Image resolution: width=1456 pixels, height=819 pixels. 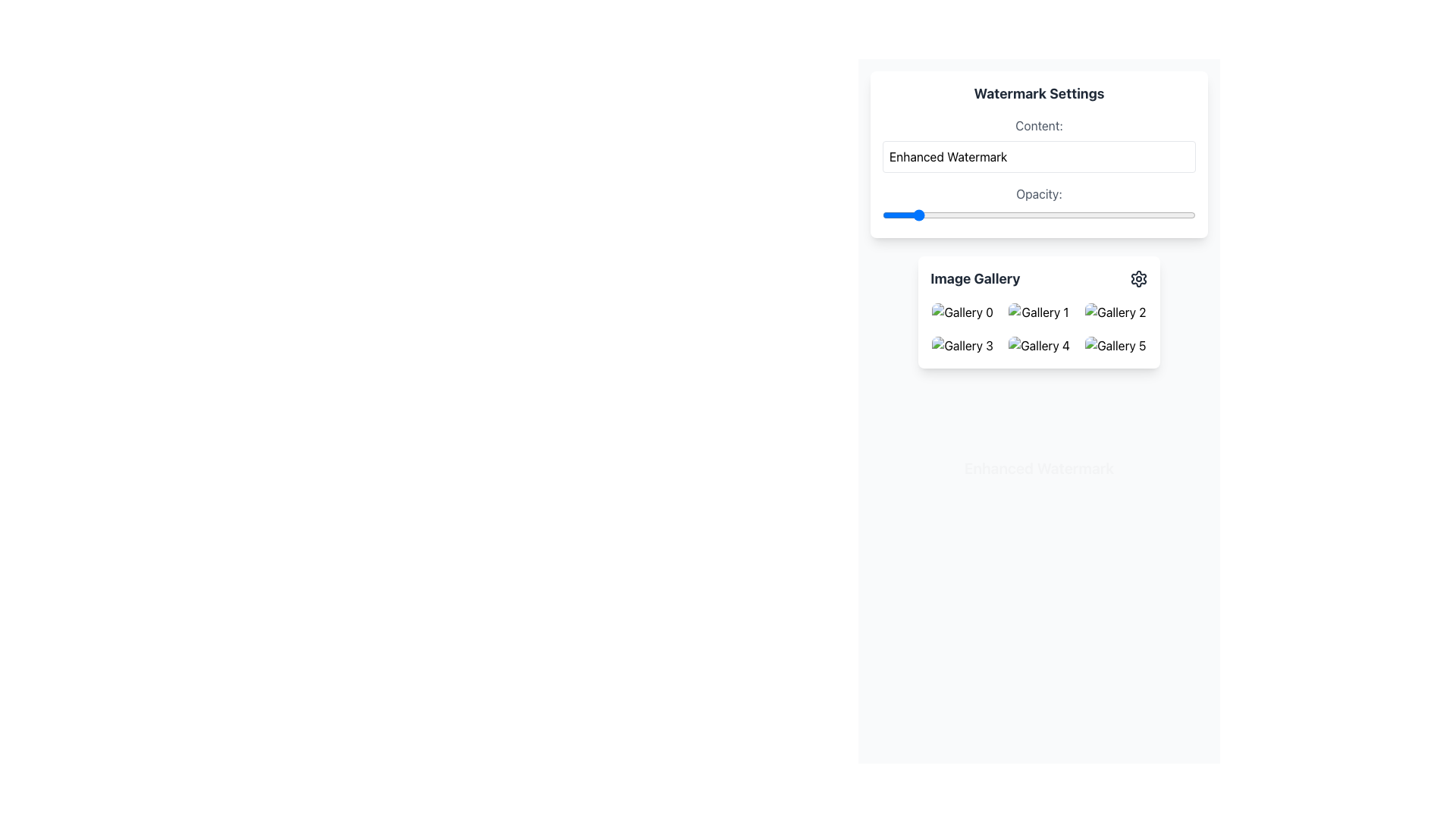 I want to click on to select the image thumbnail labeled in the image gallery, which is the third item in the top row of the 3x2 grid, so click(x=1115, y=312).